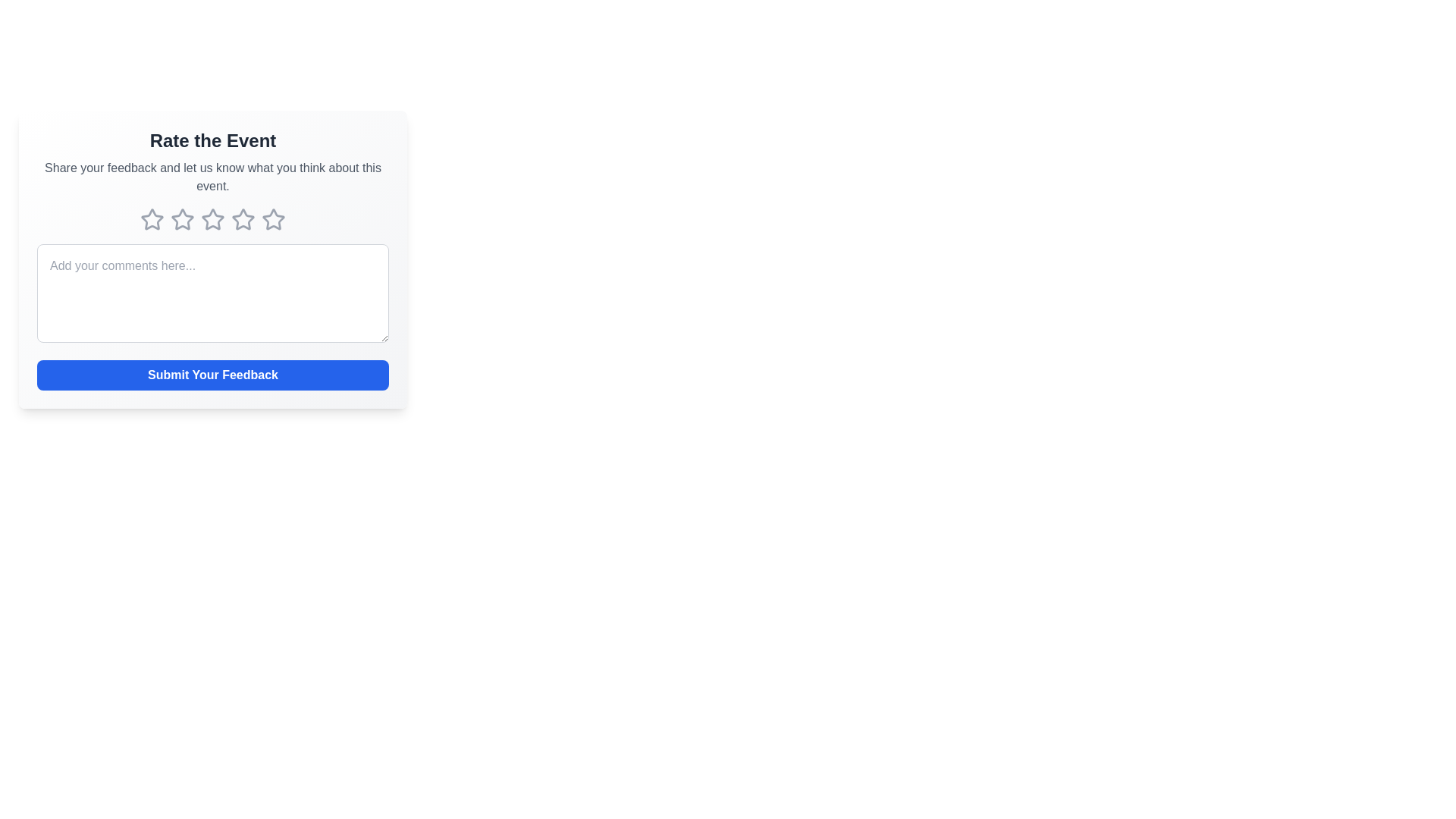 Image resolution: width=1456 pixels, height=819 pixels. What do you see at coordinates (212, 219) in the screenshot?
I see `the third star in the rating system to indicate interest in a rating of 3 out of 5` at bounding box center [212, 219].